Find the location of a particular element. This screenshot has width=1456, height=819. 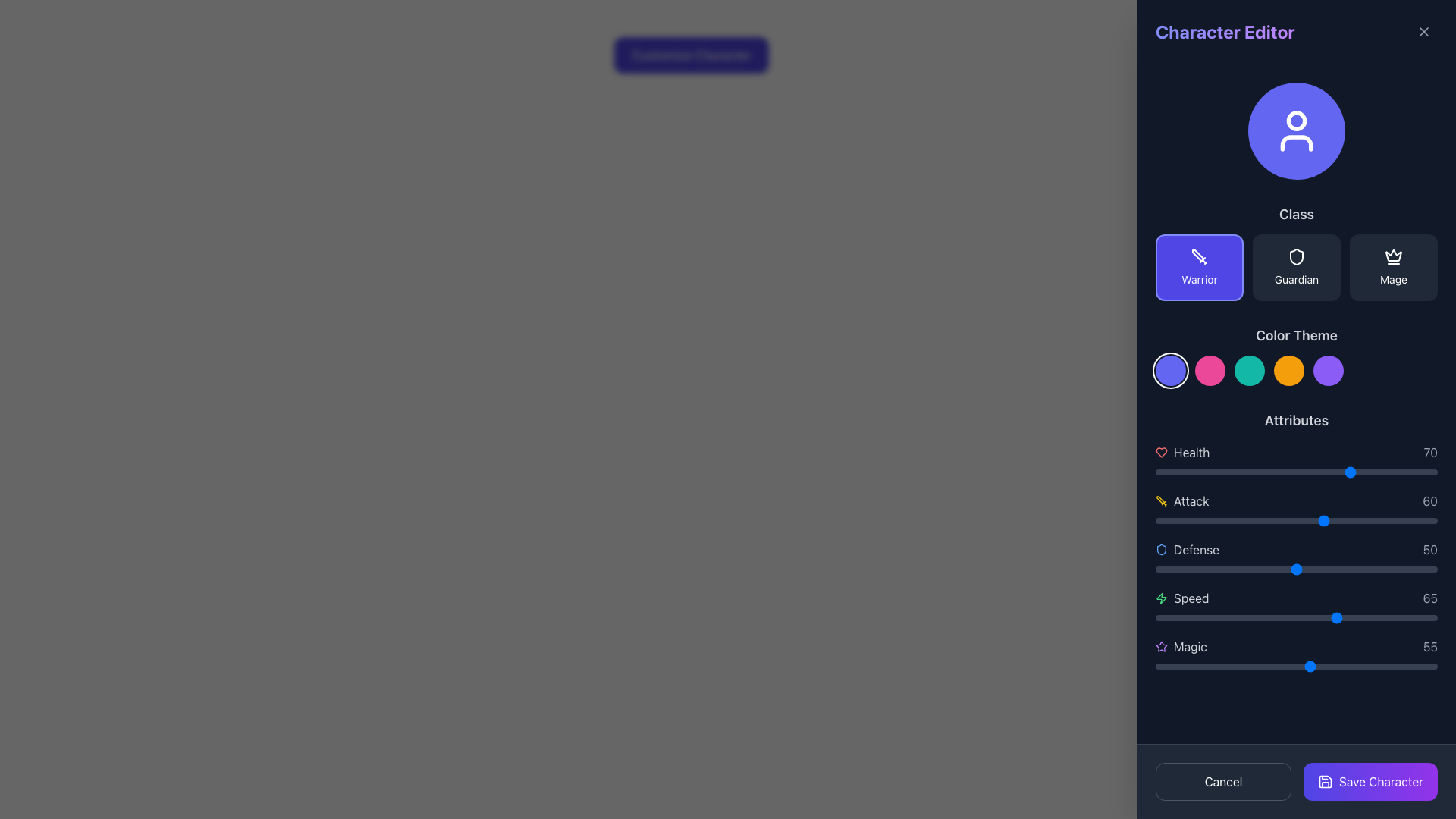

health level is located at coordinates (1166, 472).